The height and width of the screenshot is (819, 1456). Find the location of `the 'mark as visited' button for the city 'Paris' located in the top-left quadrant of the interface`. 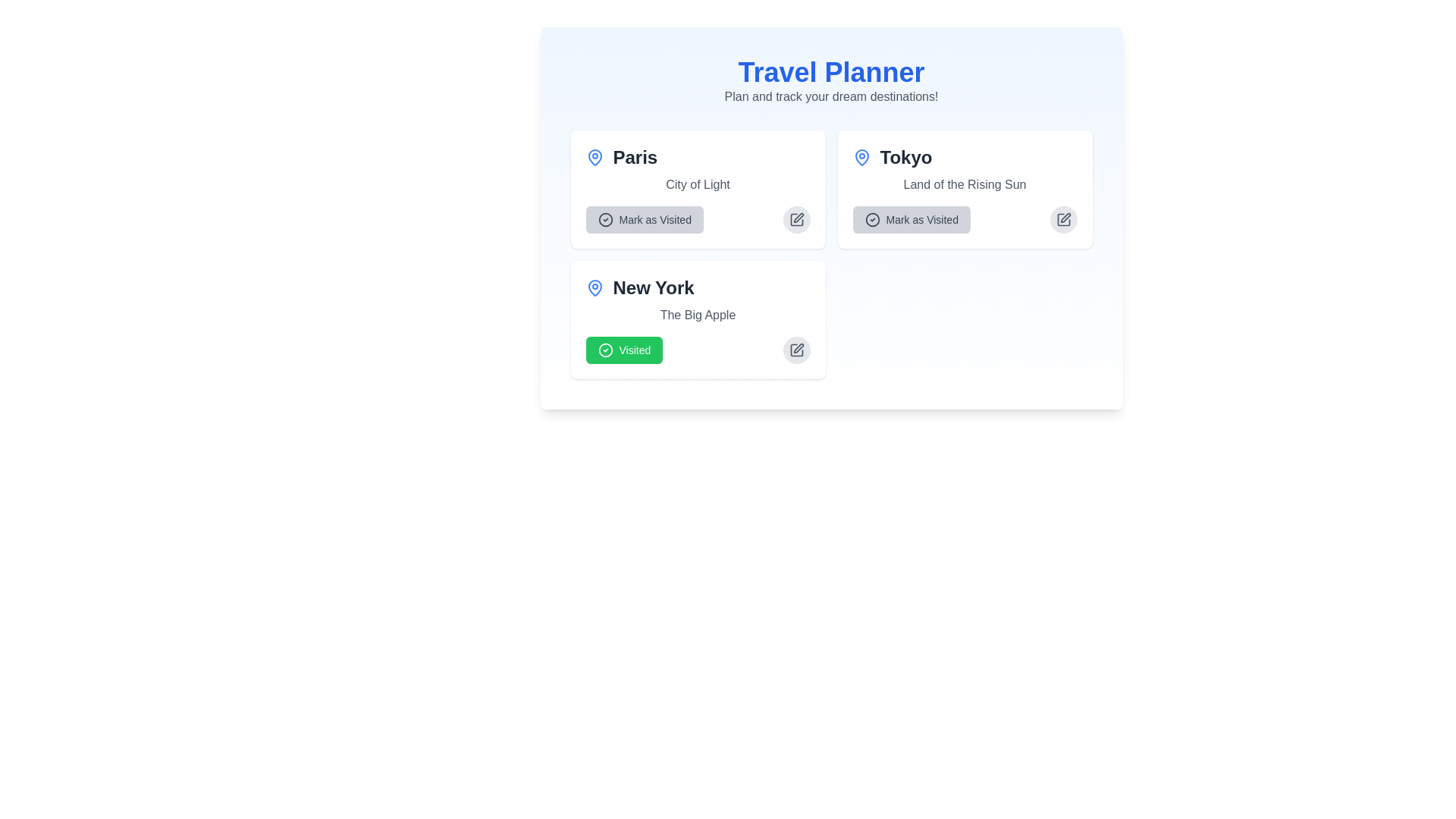

the 'mark as visited' button for the city 'Paris' located in the top-left quadrant of the interface is located at coordinates (645, 219).